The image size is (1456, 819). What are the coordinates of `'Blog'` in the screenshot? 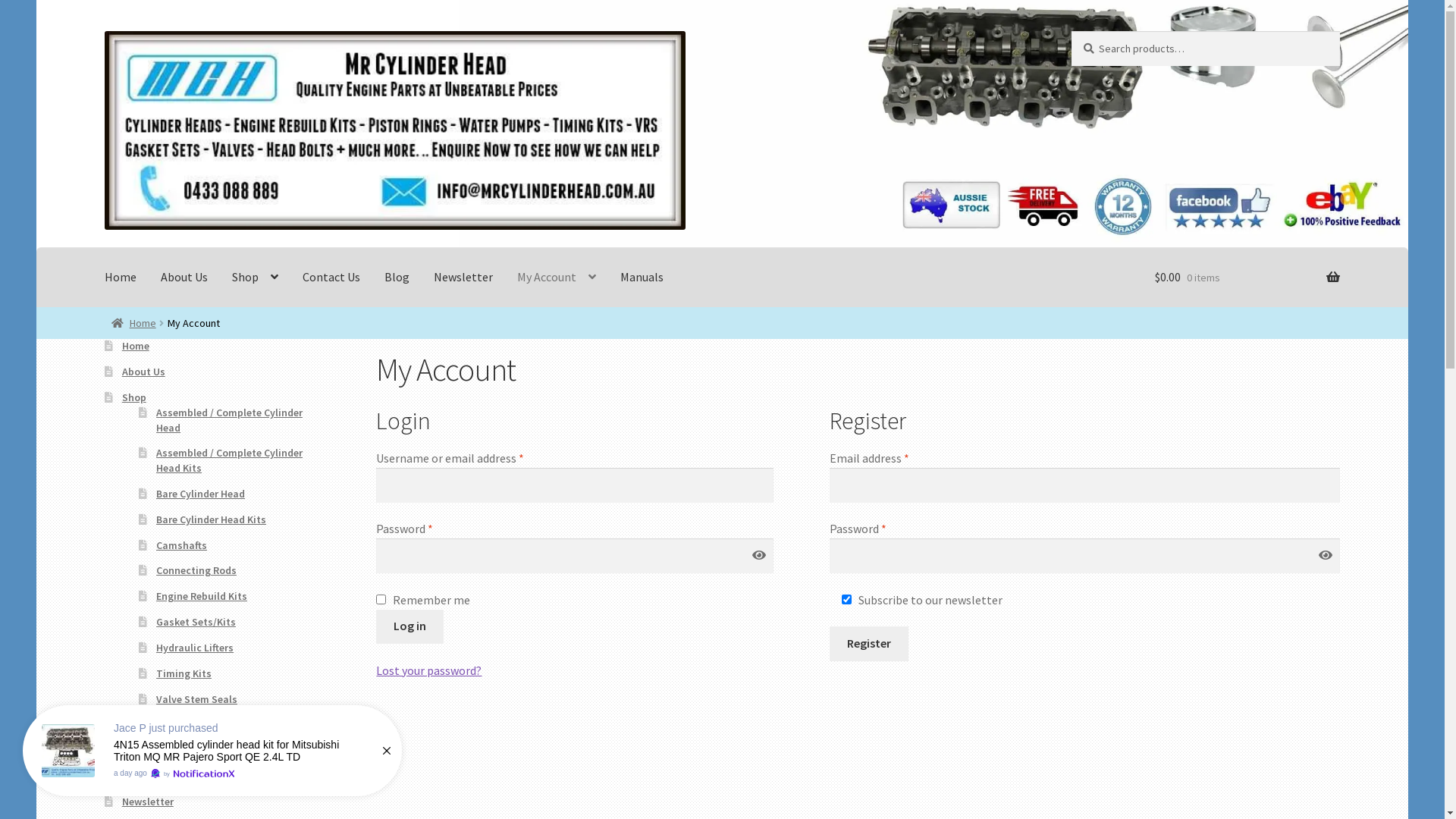 It's located at (122, 775).